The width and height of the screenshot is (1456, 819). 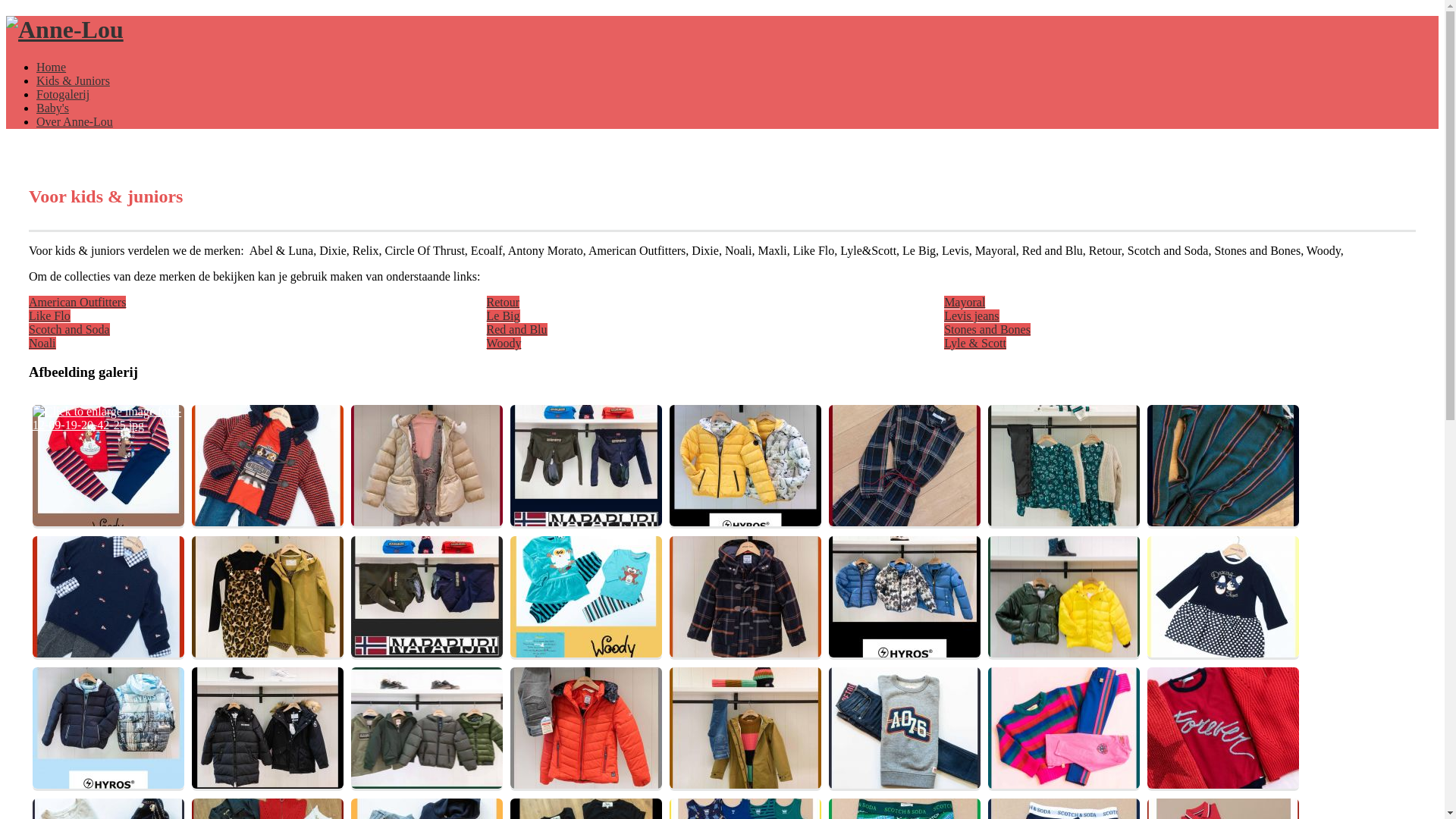 I want to click on 'Fotogalerij', so click(x=61, y=94).